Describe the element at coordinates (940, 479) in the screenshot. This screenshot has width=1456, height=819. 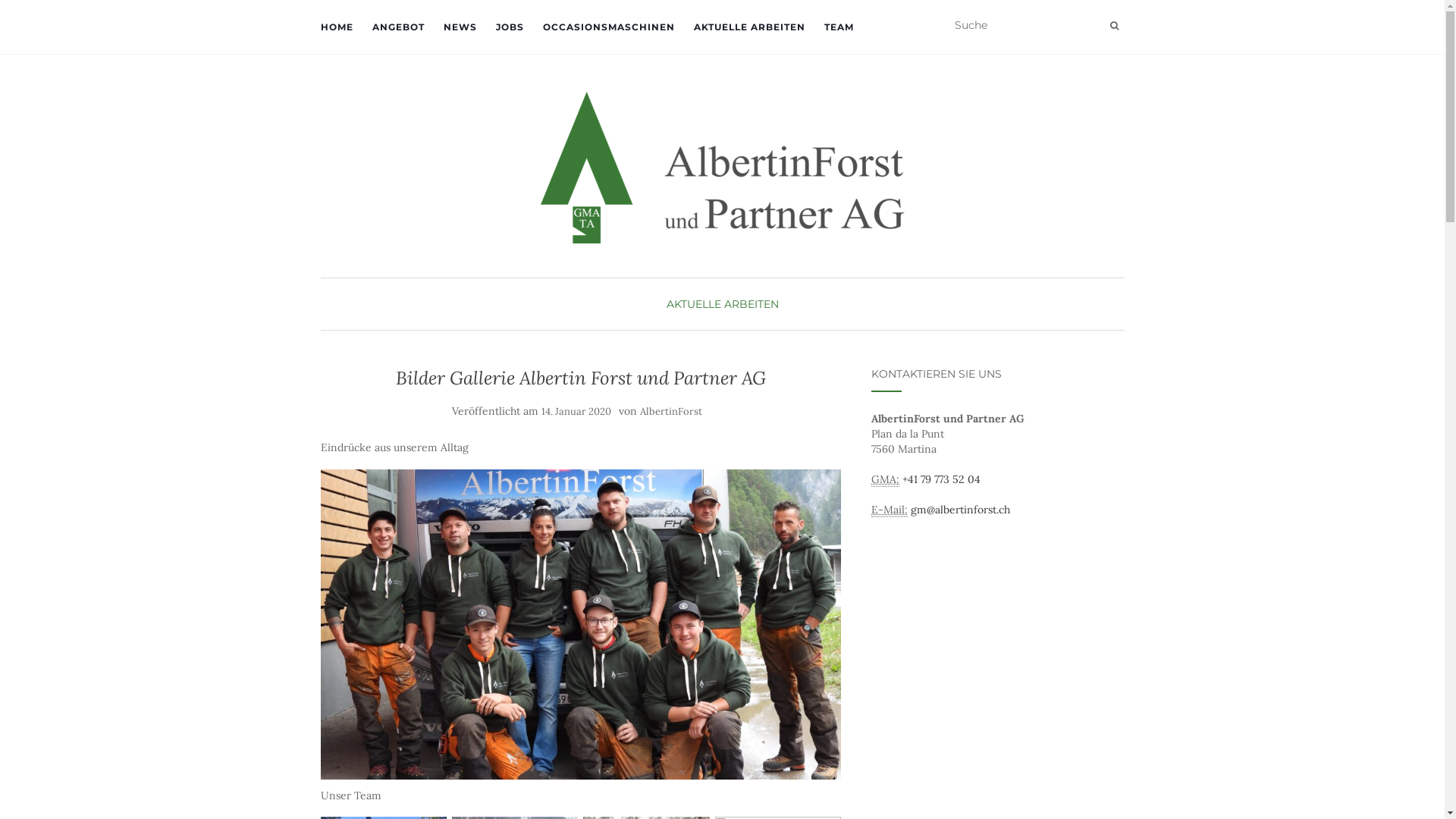
I see `'+41 79 773 52 04'` at that location.